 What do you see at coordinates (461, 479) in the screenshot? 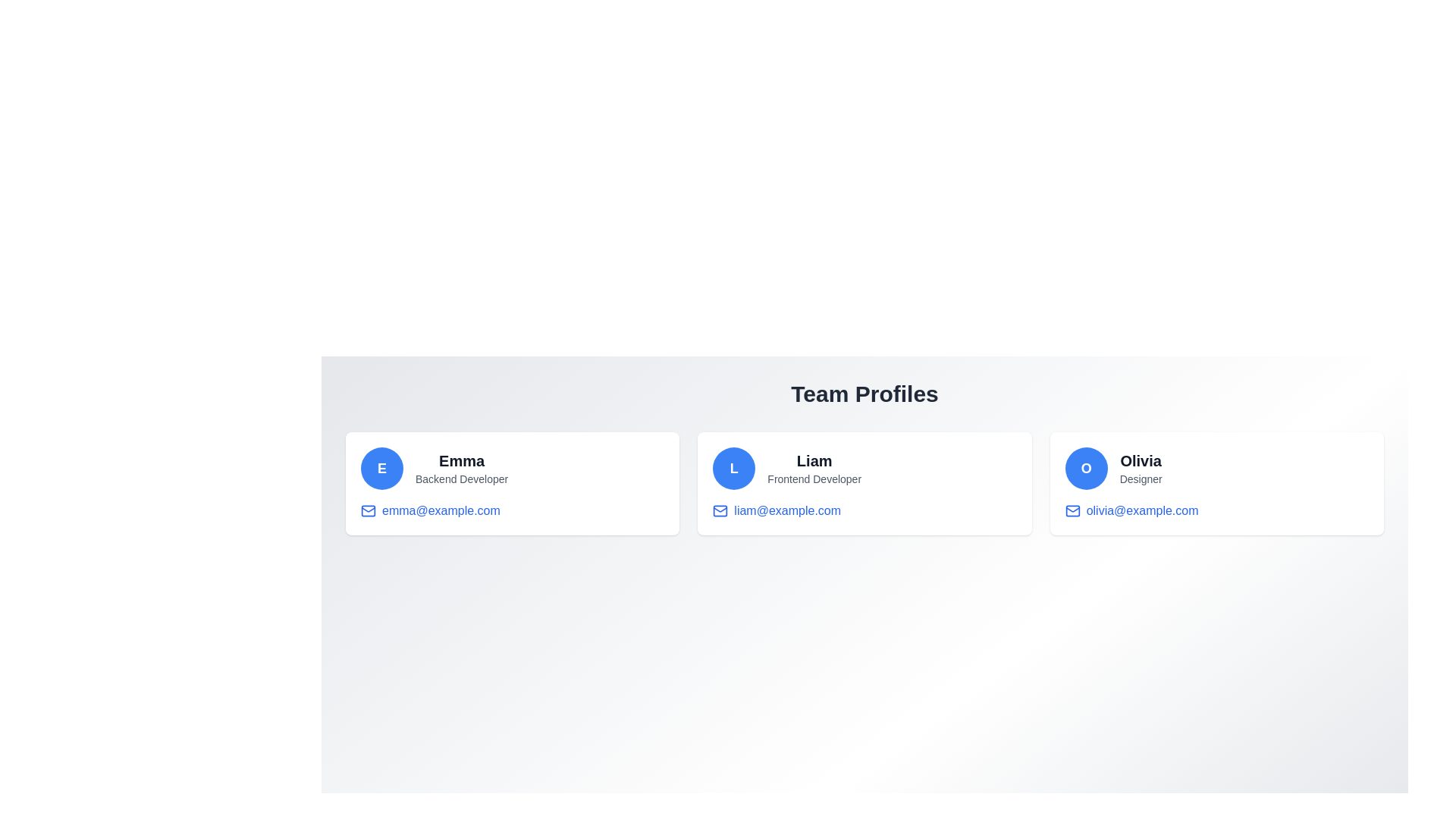
I see `the text label displaying 'Backend Developer' located below the name 'Emma' and above the email address 'emma@example.com' in the leftmost profile card` at bounding box center [461, 479].